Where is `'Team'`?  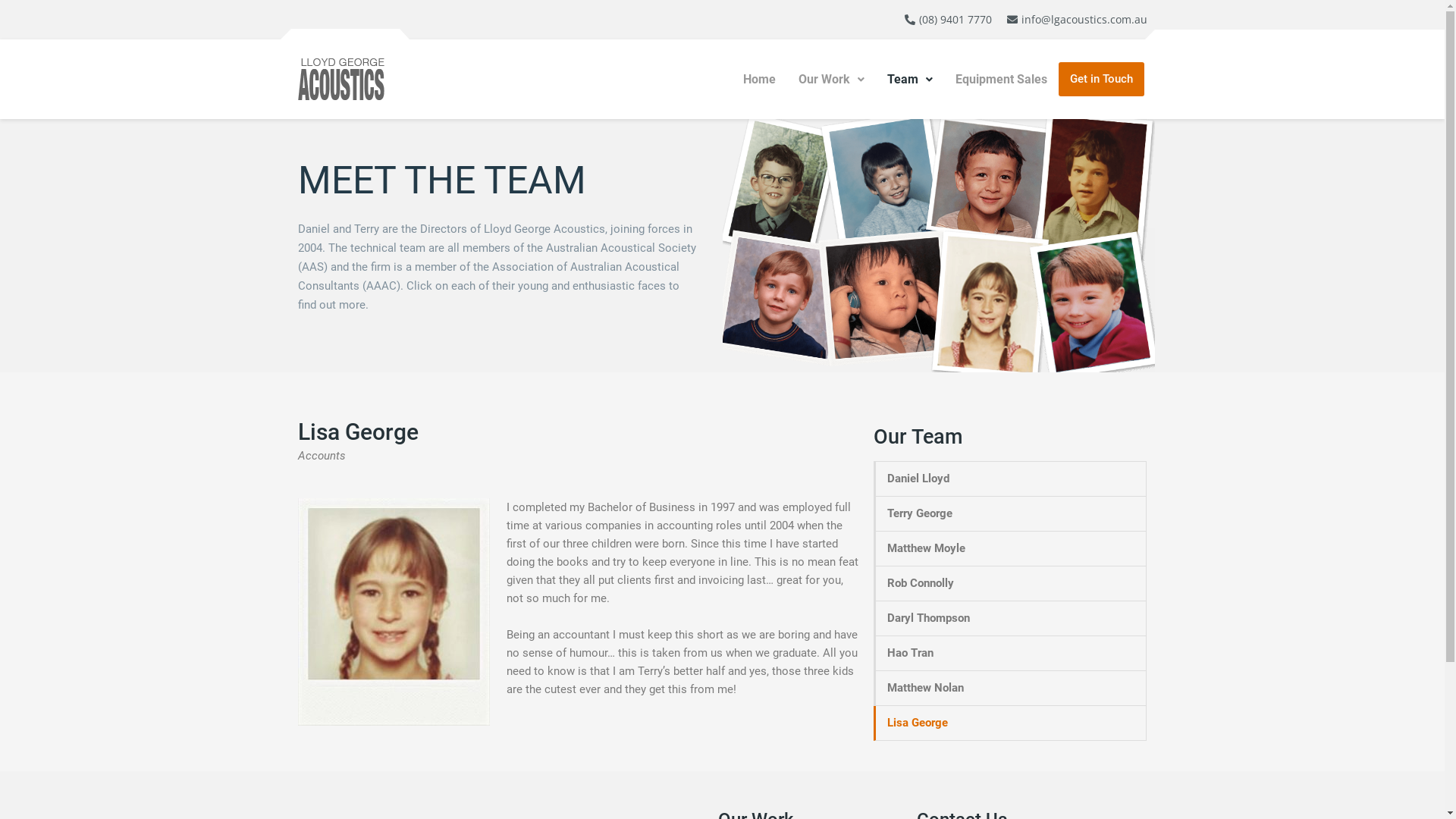 'Team' is located at coordinates (910, 79).